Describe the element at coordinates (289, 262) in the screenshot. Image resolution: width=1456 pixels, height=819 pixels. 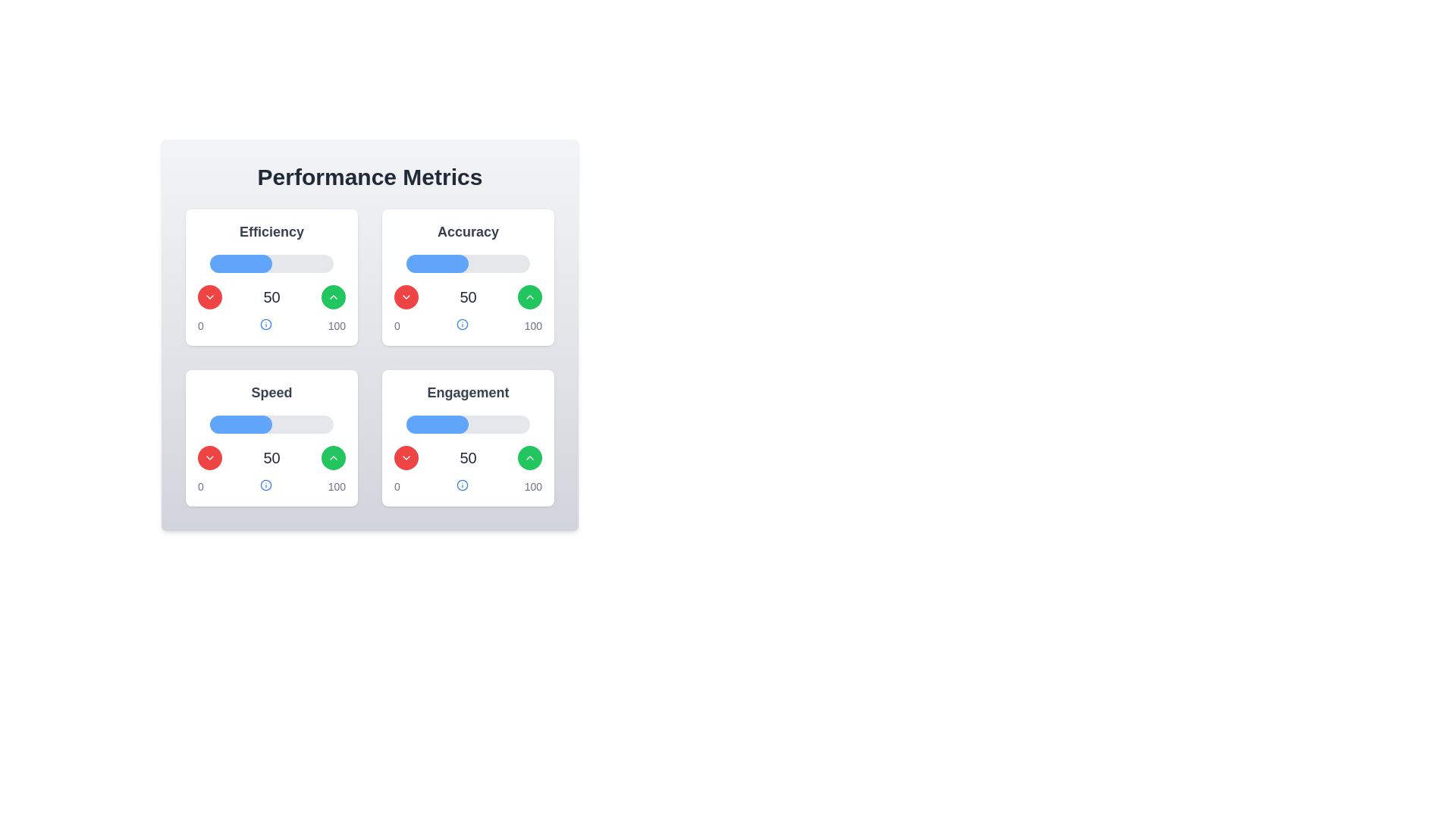
I see `the efficiency value` at that location.